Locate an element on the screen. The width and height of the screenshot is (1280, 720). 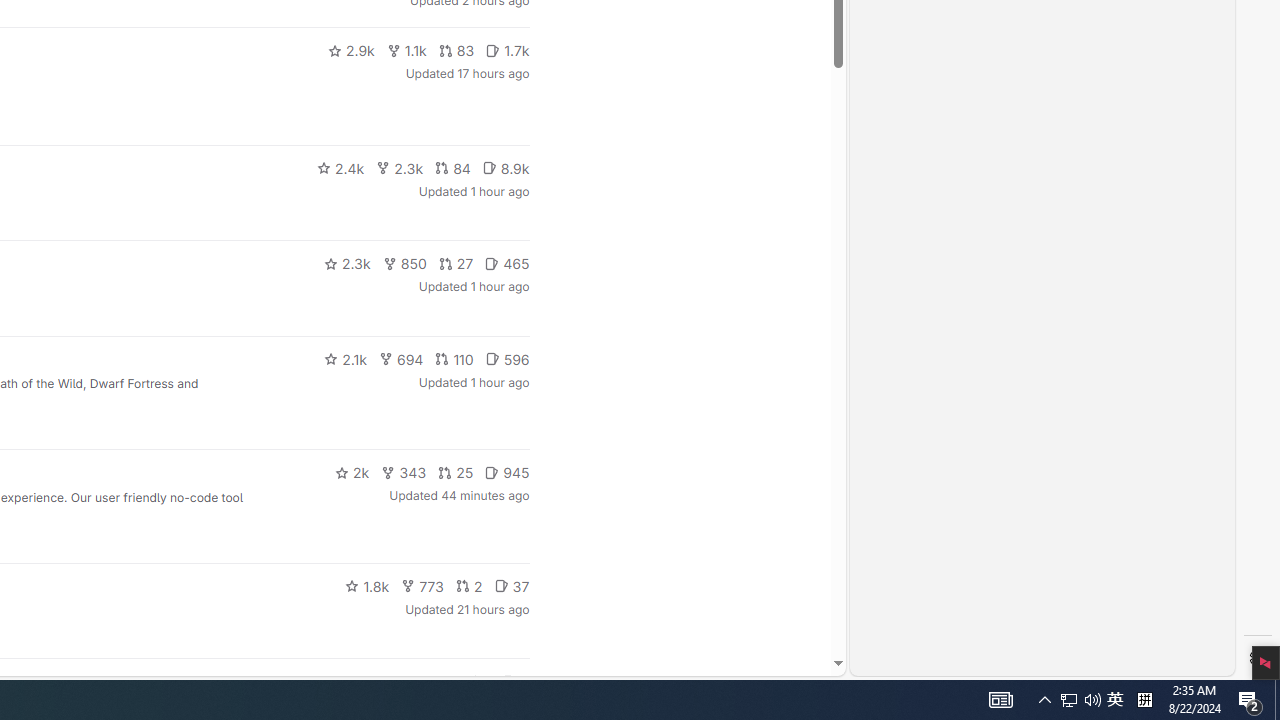
'2.3k' is located at coordinates (346, 262).